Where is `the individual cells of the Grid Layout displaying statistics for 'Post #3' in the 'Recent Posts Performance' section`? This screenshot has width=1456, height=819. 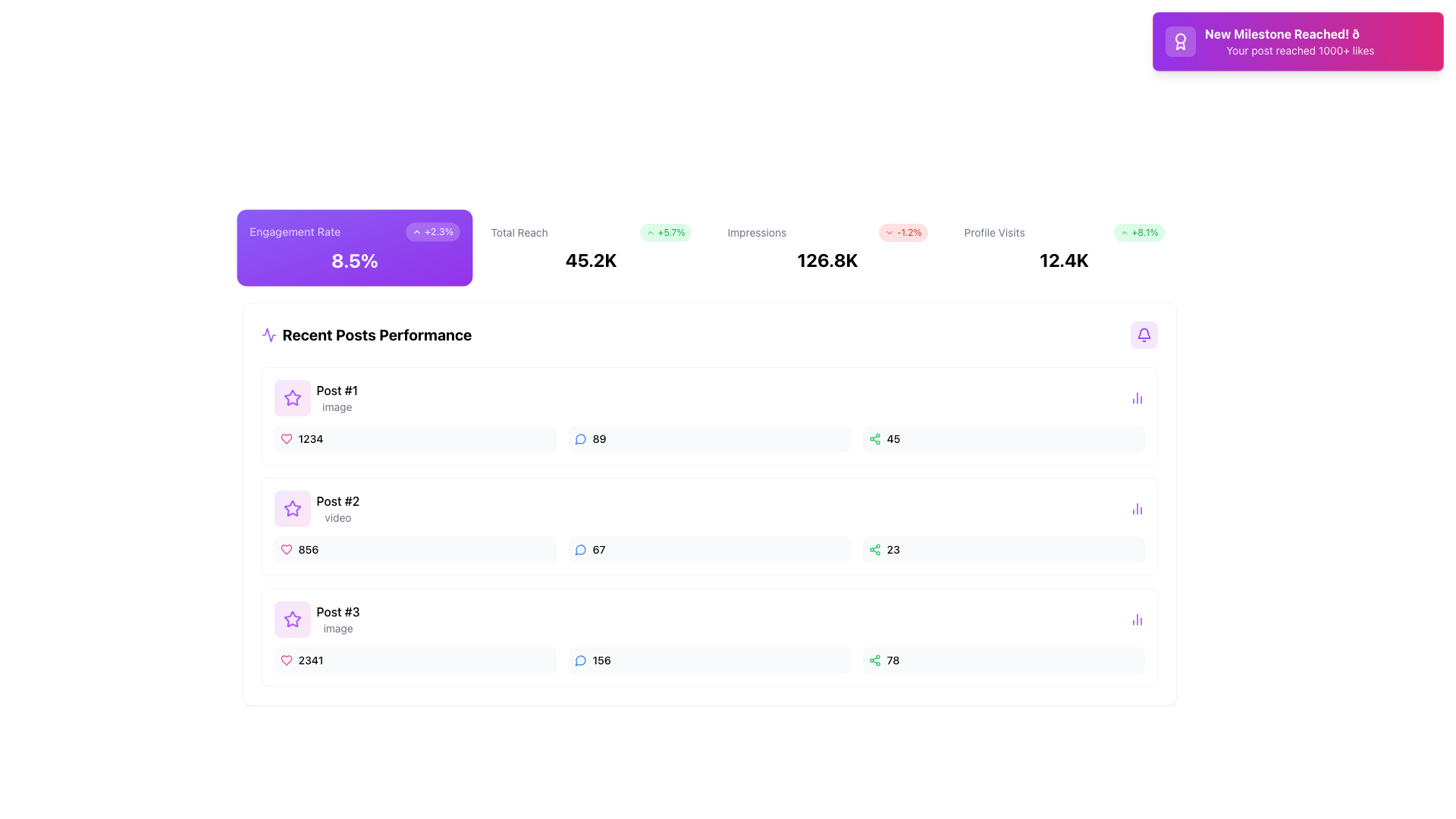
the individual cells of the Grid Layout displaying statistics for 'Post #3' in the 'Recent Posts Performance' section is located at coordinates (708, 660).